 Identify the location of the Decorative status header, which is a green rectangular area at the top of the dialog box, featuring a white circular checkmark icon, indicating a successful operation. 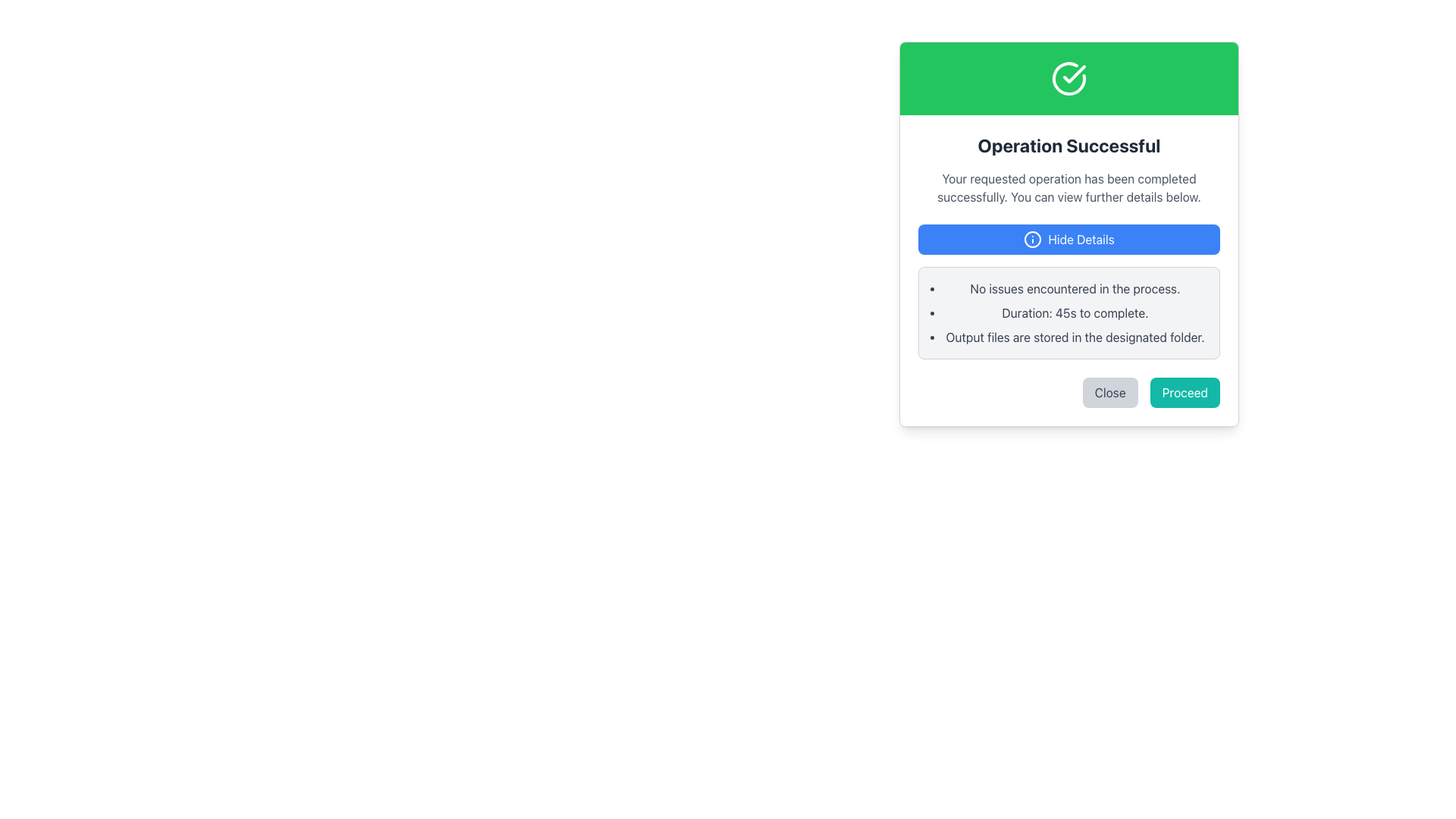
(1068, 79).